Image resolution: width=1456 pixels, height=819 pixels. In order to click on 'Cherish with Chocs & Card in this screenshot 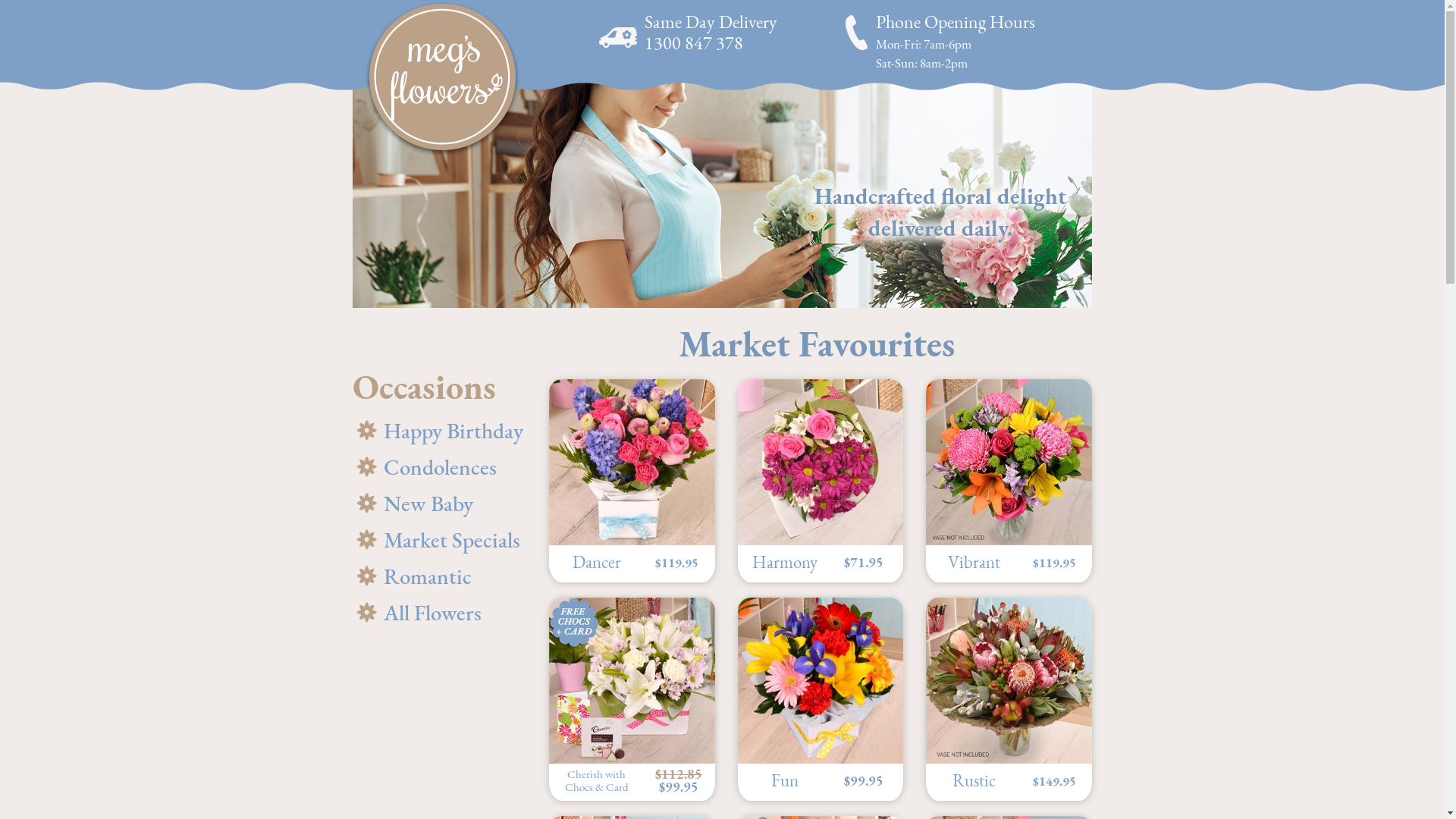, I will do `click(632, 698)`.